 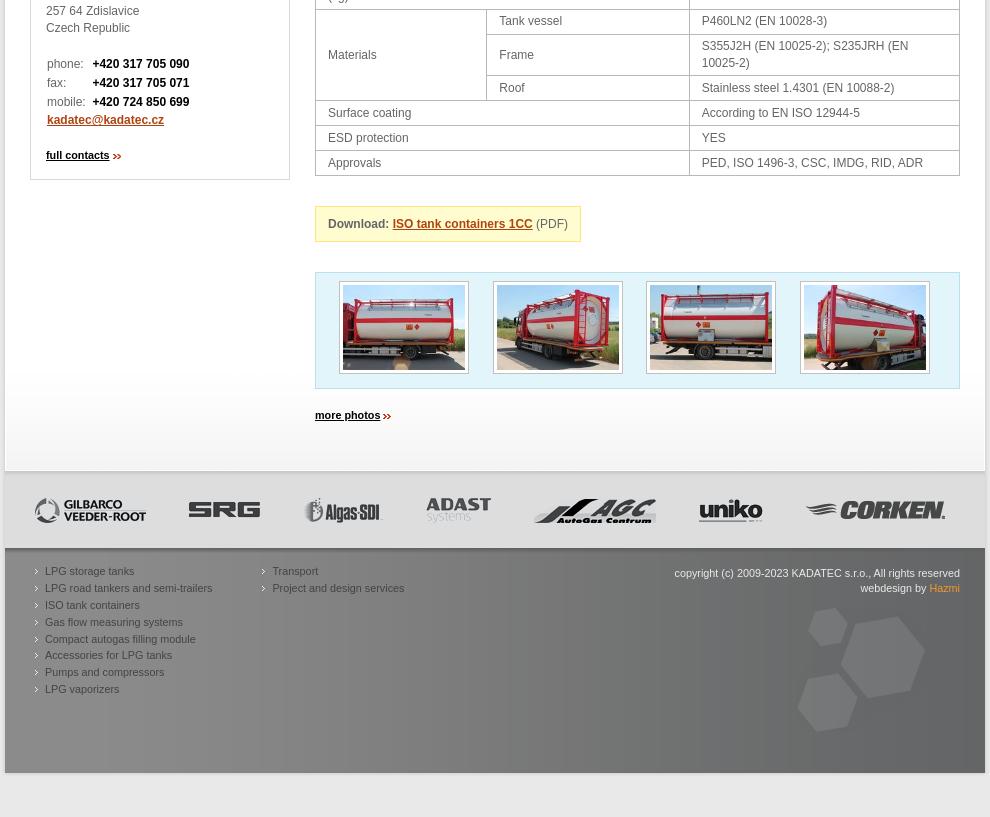 I want to click on '+420 317 705 090', so click(x=139, y=62).